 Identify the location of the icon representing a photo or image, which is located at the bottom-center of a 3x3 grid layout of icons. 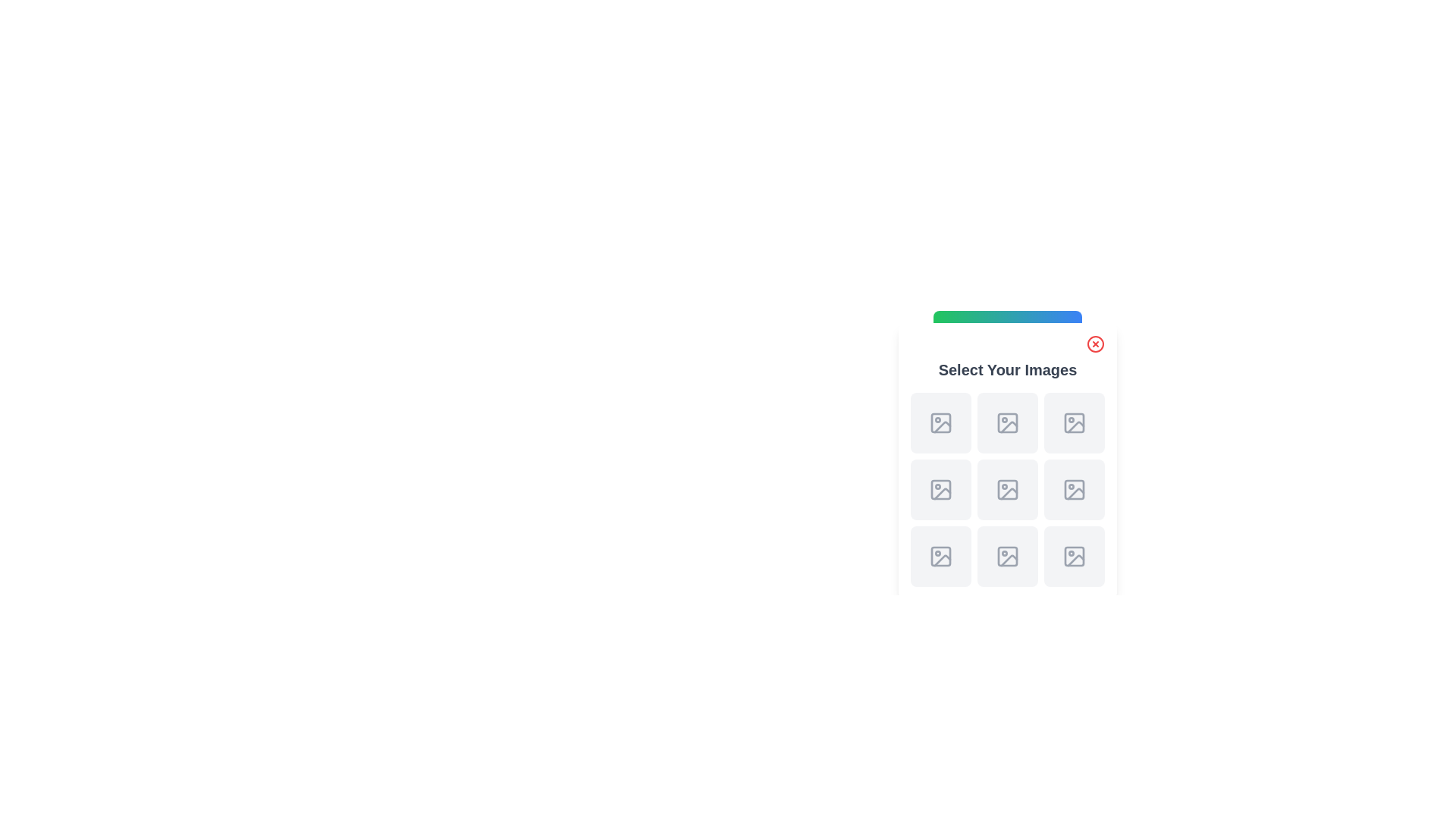
(1008, 556).